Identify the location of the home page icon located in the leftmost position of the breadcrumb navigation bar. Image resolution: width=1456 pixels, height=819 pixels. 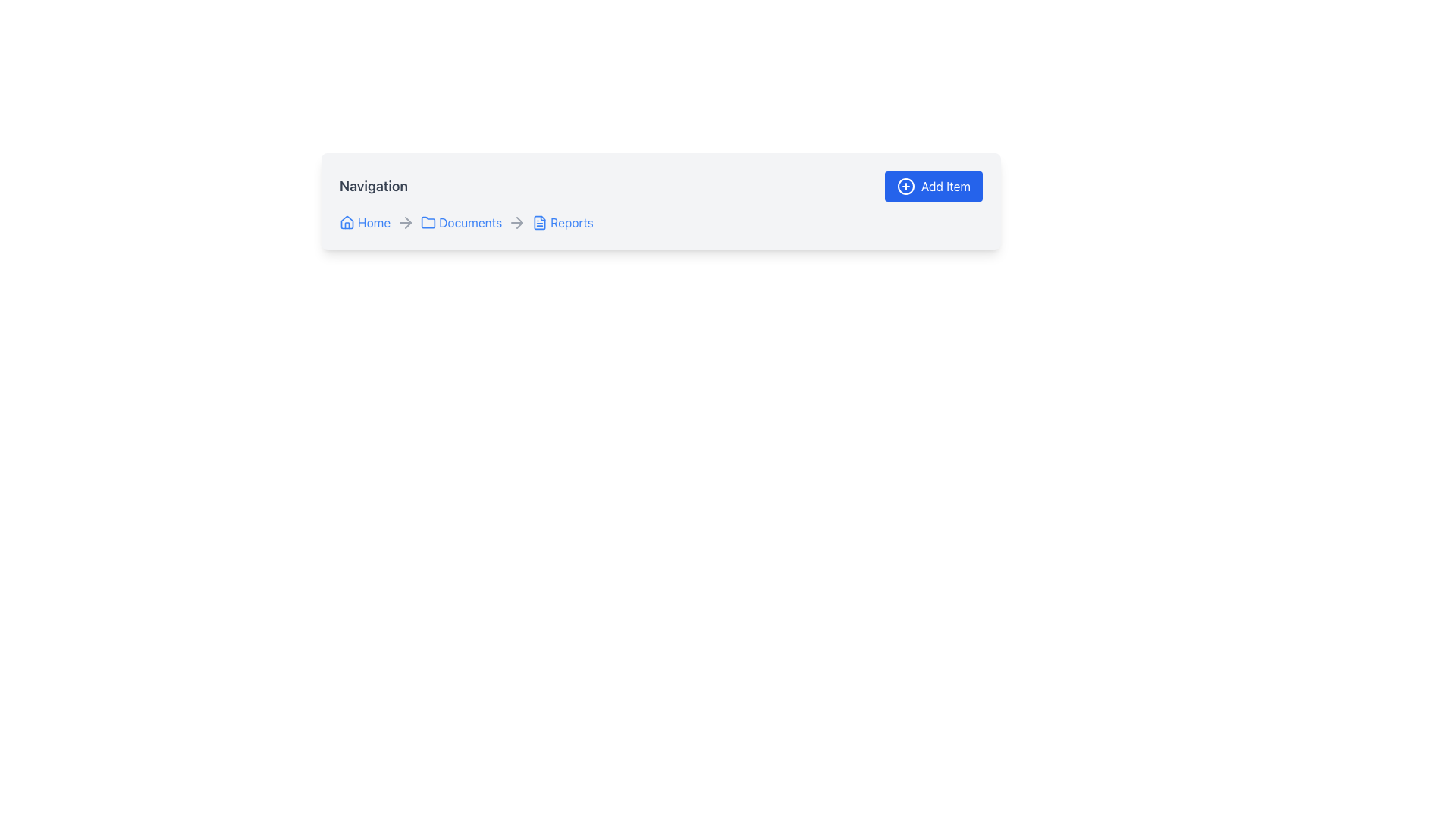
(346, 222).